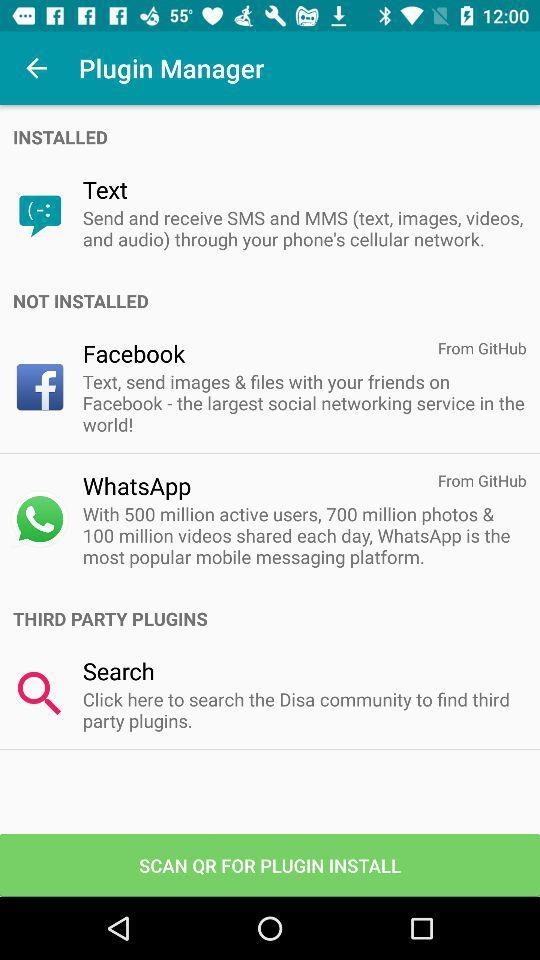 This screenshot has height=960, width=540. Describe the element at coordinates (275, 301) in the screenshot. I see `not installed` at that location.